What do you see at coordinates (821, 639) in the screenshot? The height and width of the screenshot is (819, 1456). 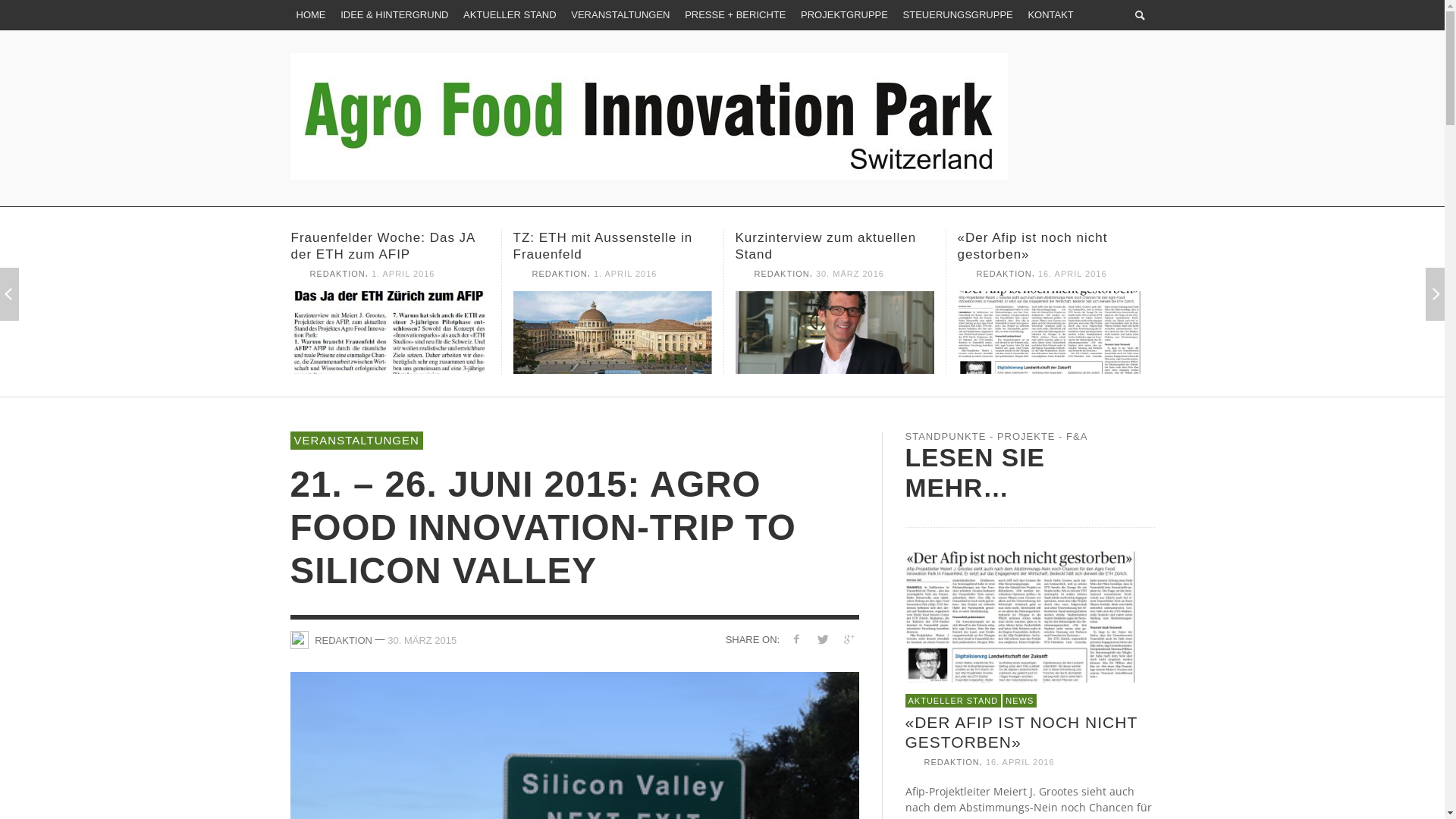 I see `'Share on Twitter'` at bounding box center [821, 639].